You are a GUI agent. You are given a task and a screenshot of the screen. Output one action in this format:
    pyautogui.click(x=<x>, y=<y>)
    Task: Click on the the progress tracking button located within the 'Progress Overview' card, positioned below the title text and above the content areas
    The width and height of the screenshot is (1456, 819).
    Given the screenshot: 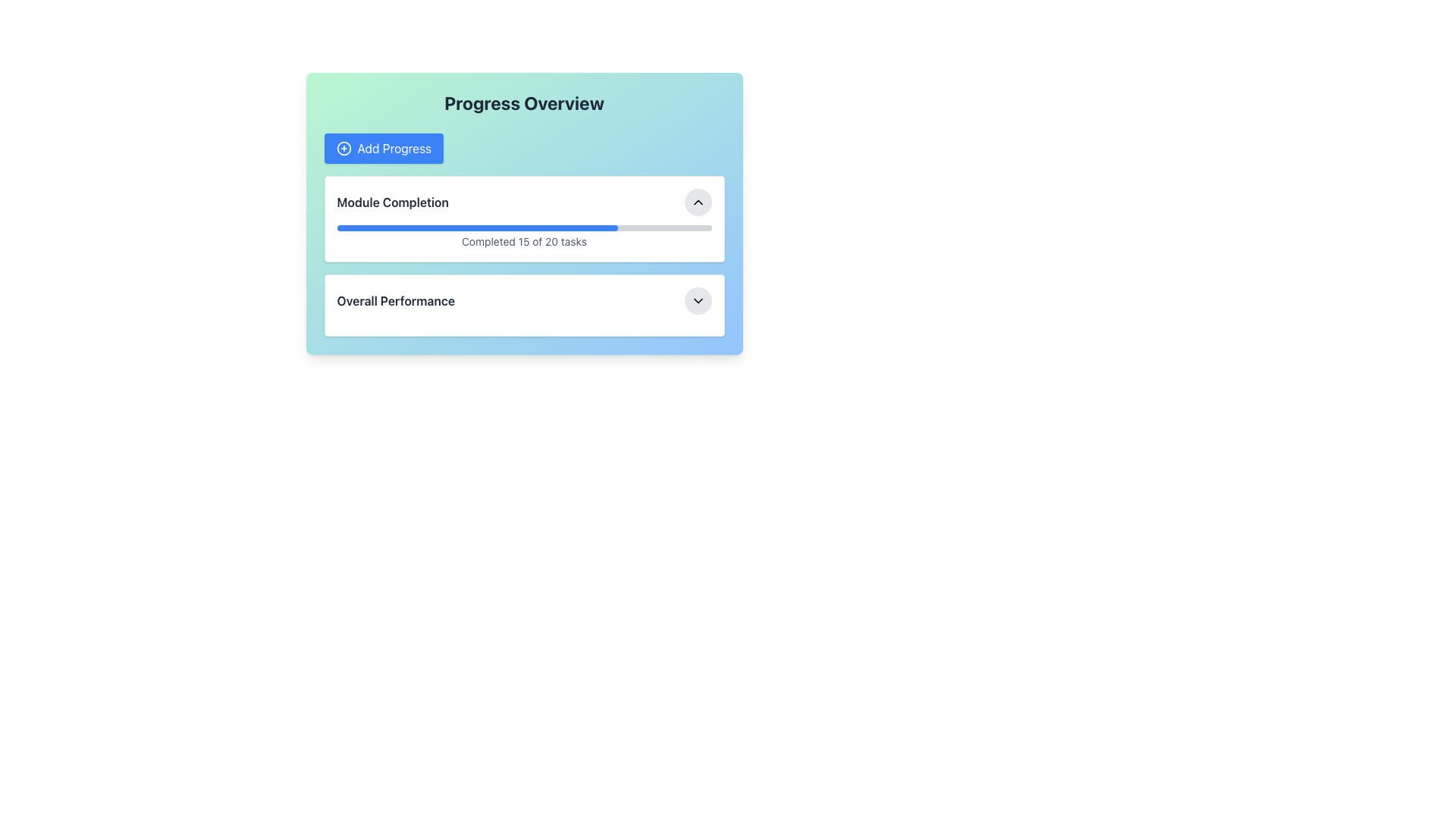 What is the action you would take?
    pyautogui.click(x=384, y=149)
    